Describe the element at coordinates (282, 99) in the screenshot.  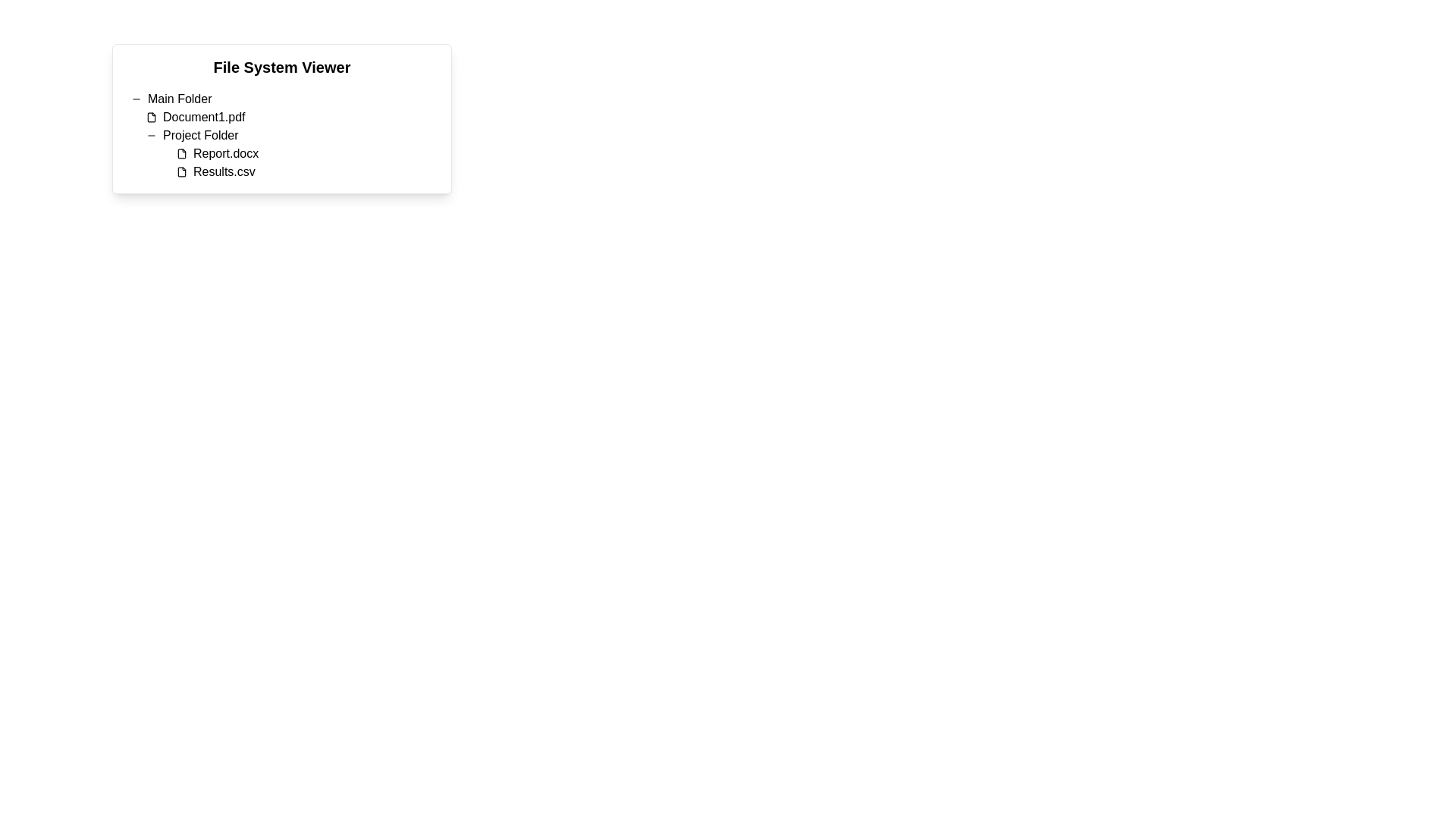
I see `the toggleable folder item in the hierarchical file viewer` at that location.